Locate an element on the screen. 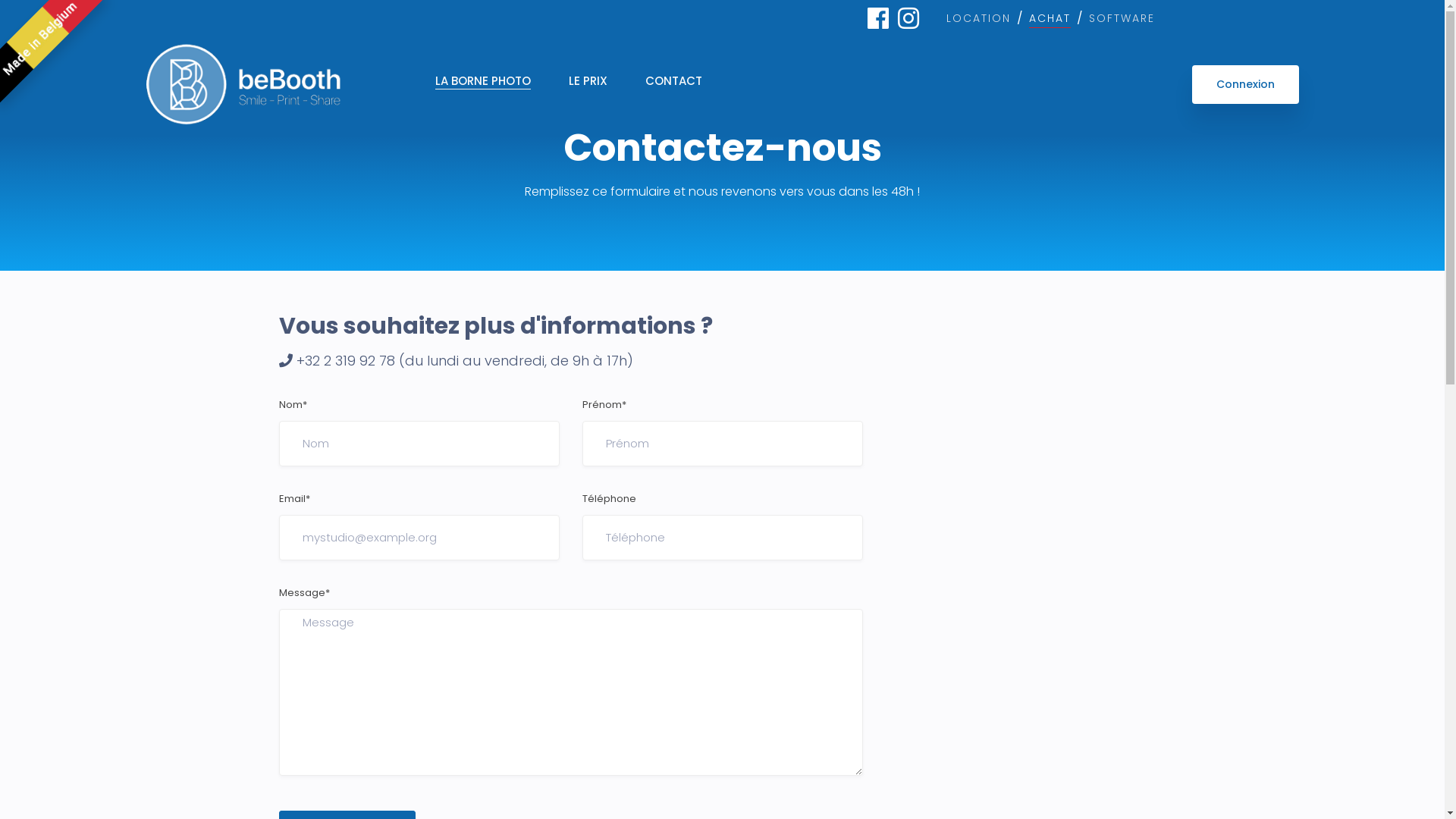  'LA BORNE PHOTO' is located at coordinates (482, 80).